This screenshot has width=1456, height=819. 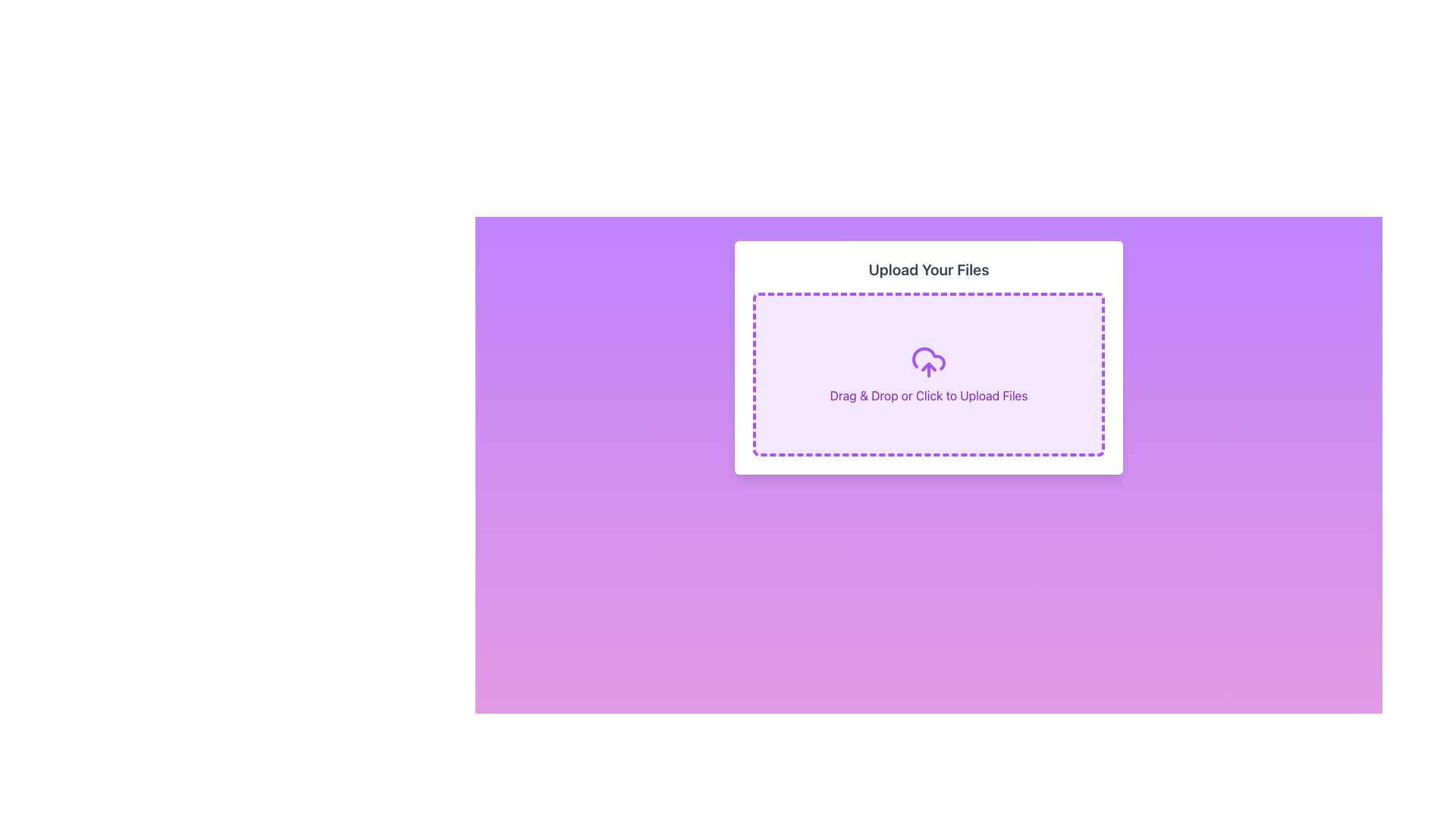 I want to click on the file upload icon located at the center of the 'Drag & Drop or Click to Upload Files' box with a dashed border and purple background, so click(x=927, y=362).